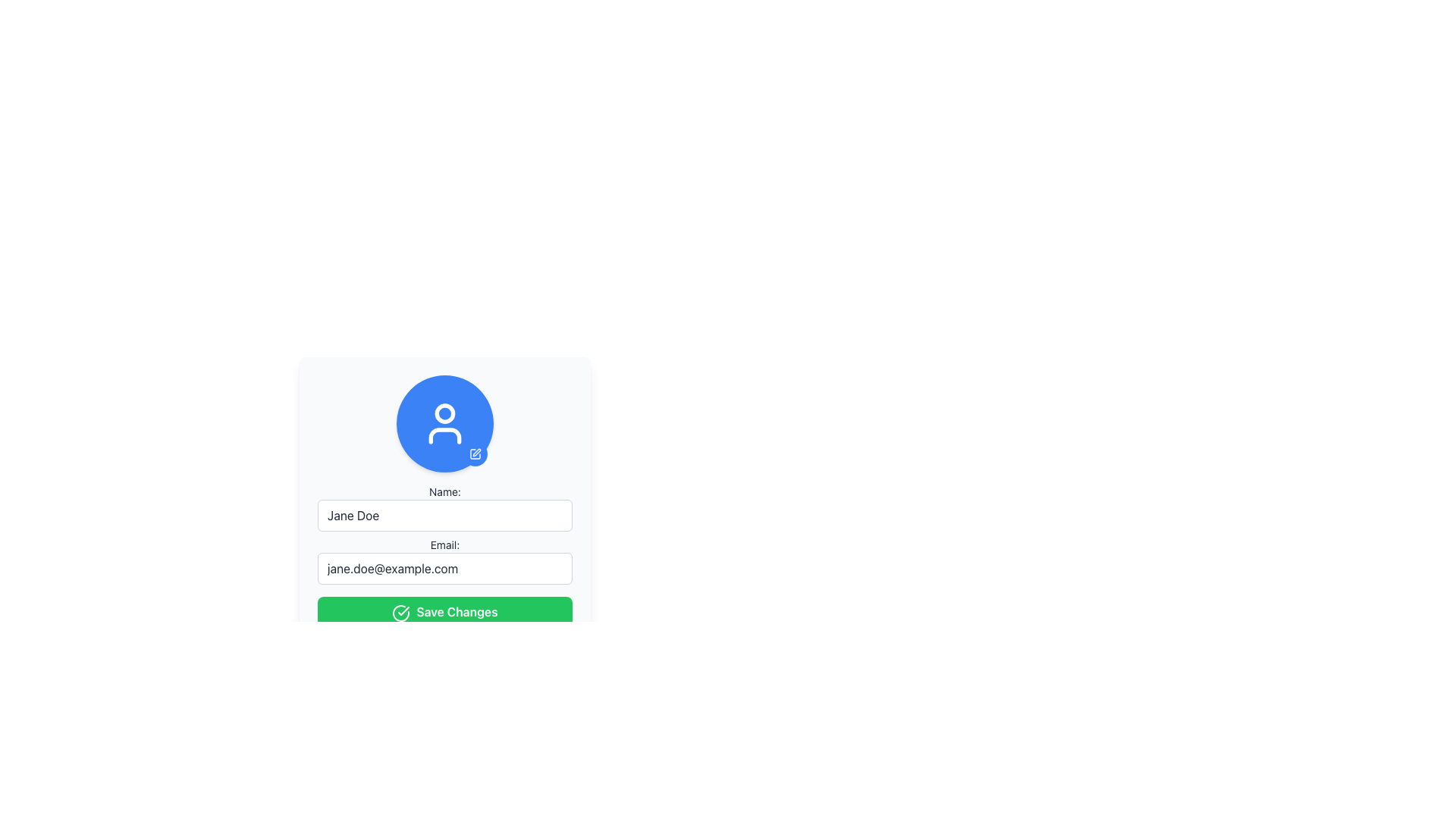 The width and height of the screenshot is (1456, 819). Describe the element at coordinates (475, 453) in the screenshot. I see `the pen icon located slightly to the bottom right of the blue circular profile picture area to initiate an edit action` at that location.